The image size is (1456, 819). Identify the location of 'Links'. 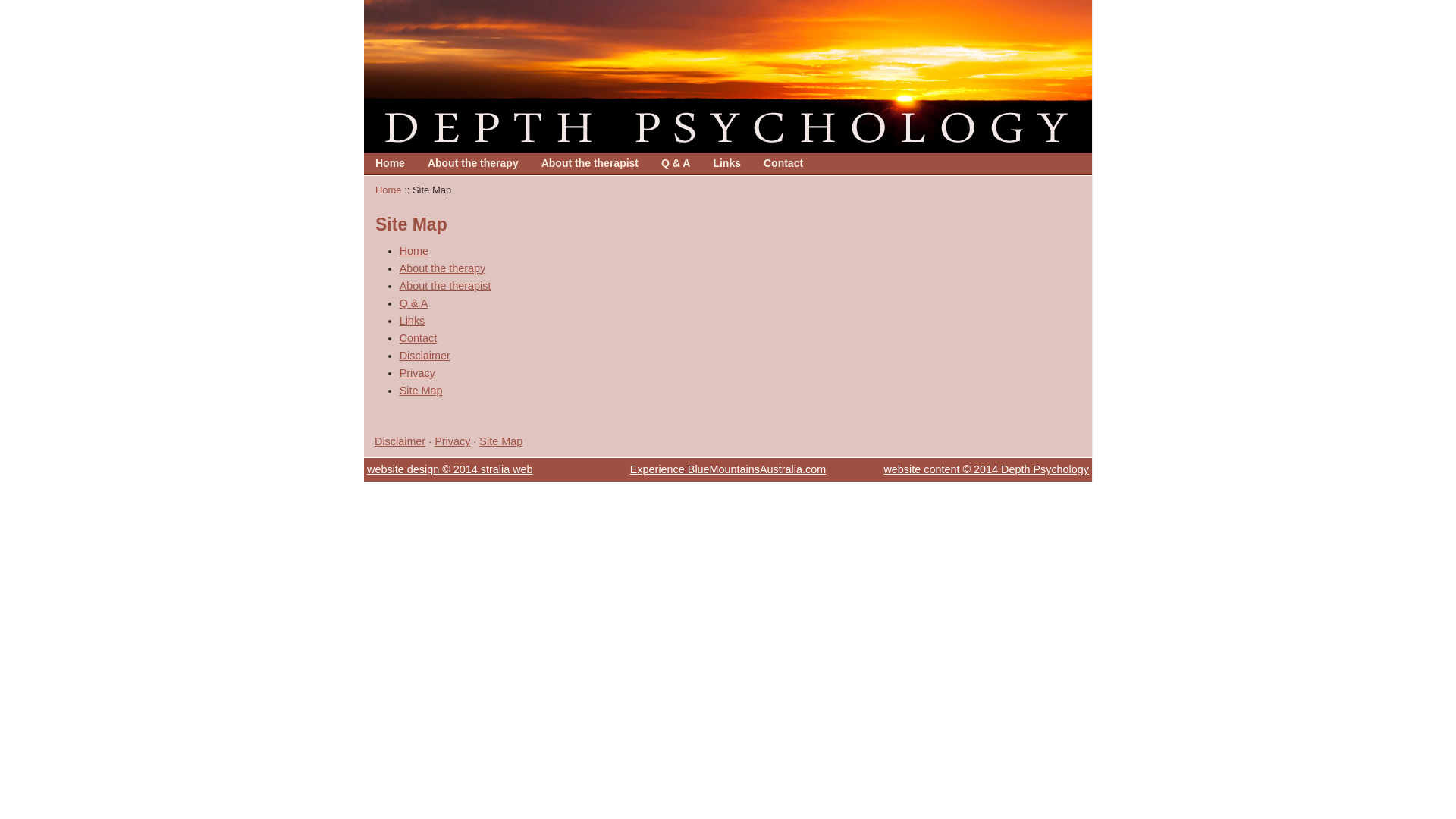
(726, 163).